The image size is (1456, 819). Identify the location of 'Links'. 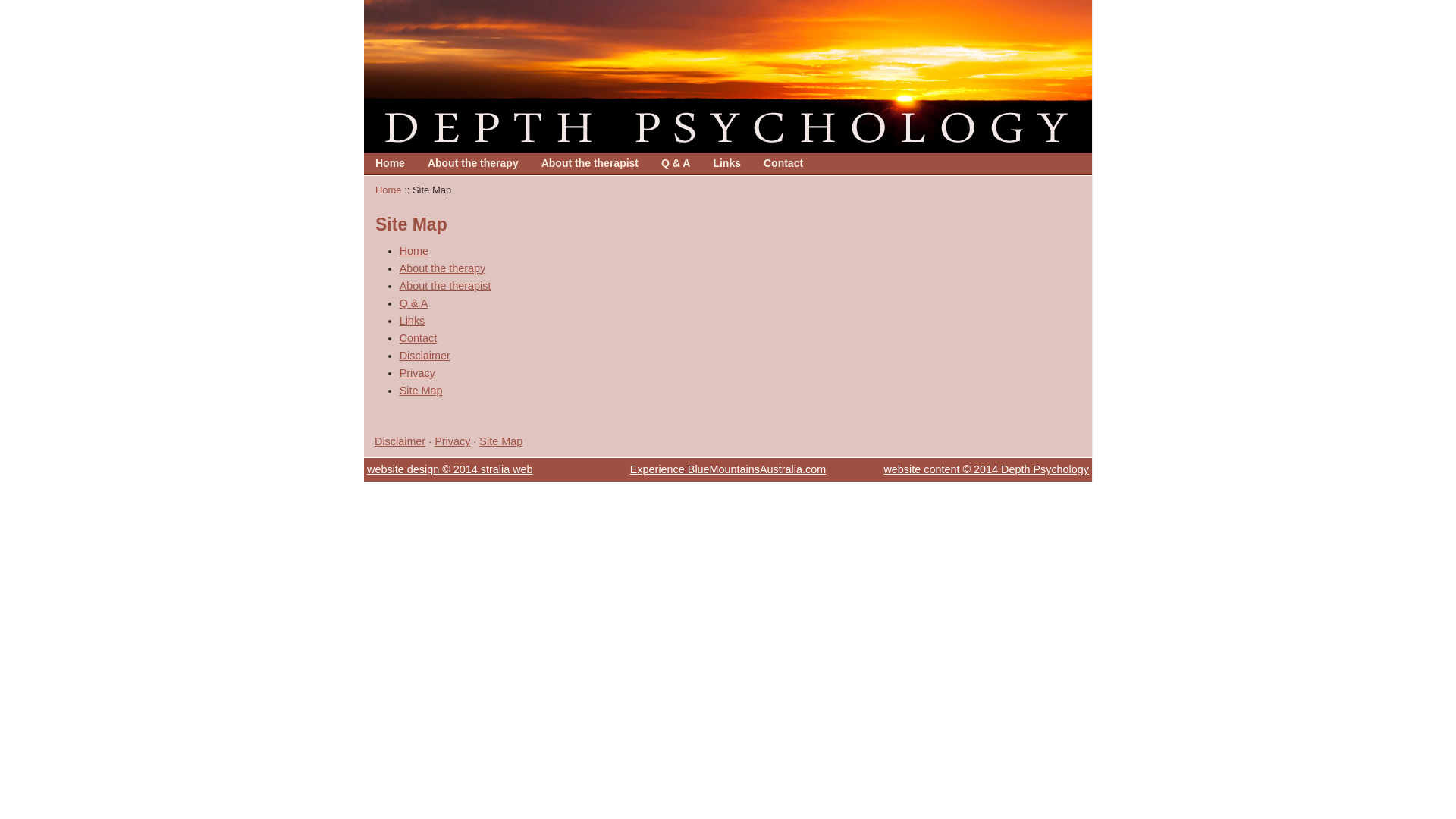
(726, 163).